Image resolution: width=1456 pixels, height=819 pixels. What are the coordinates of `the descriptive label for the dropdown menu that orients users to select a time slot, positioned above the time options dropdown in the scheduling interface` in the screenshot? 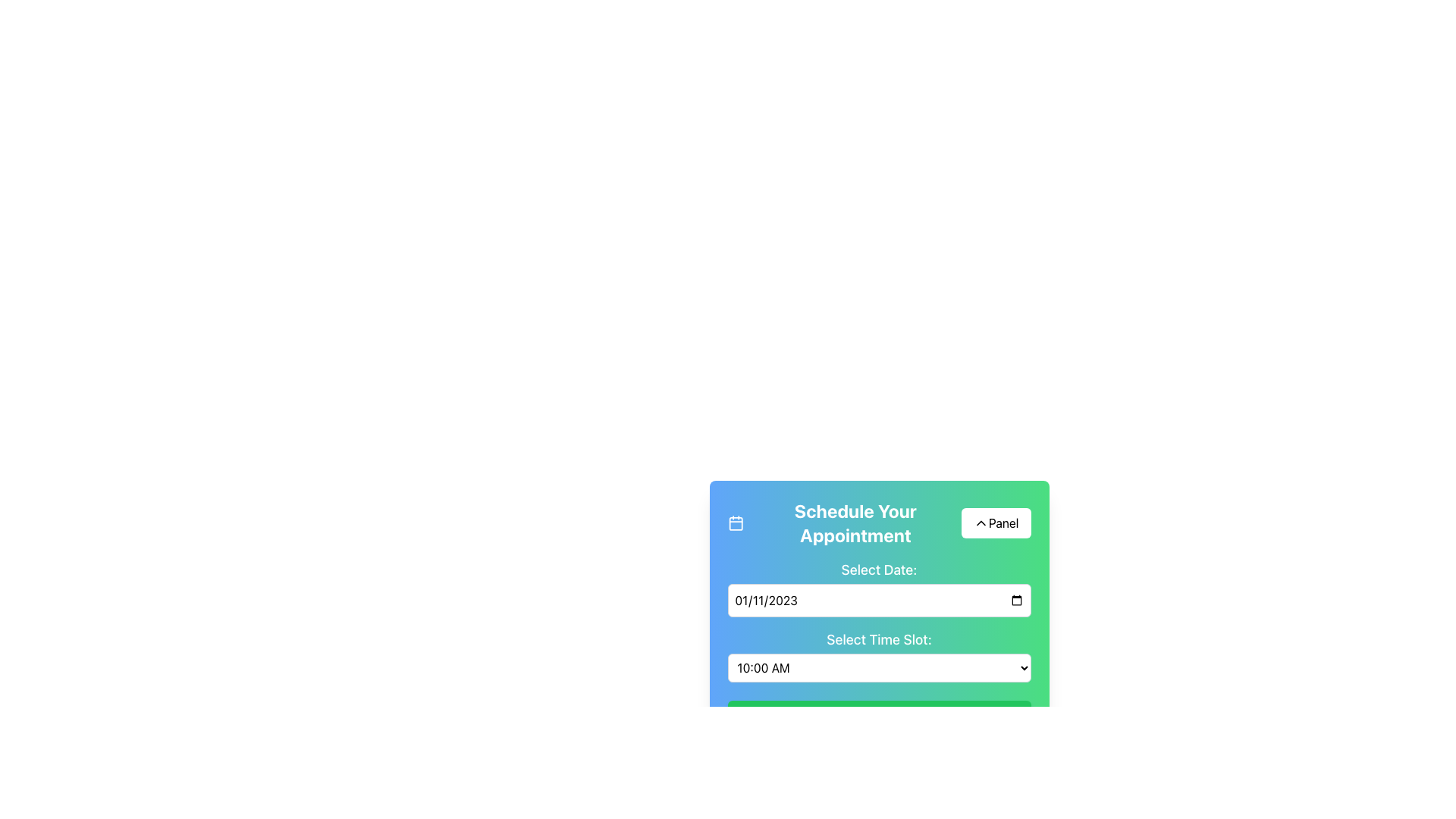 It's located at (879, 640).